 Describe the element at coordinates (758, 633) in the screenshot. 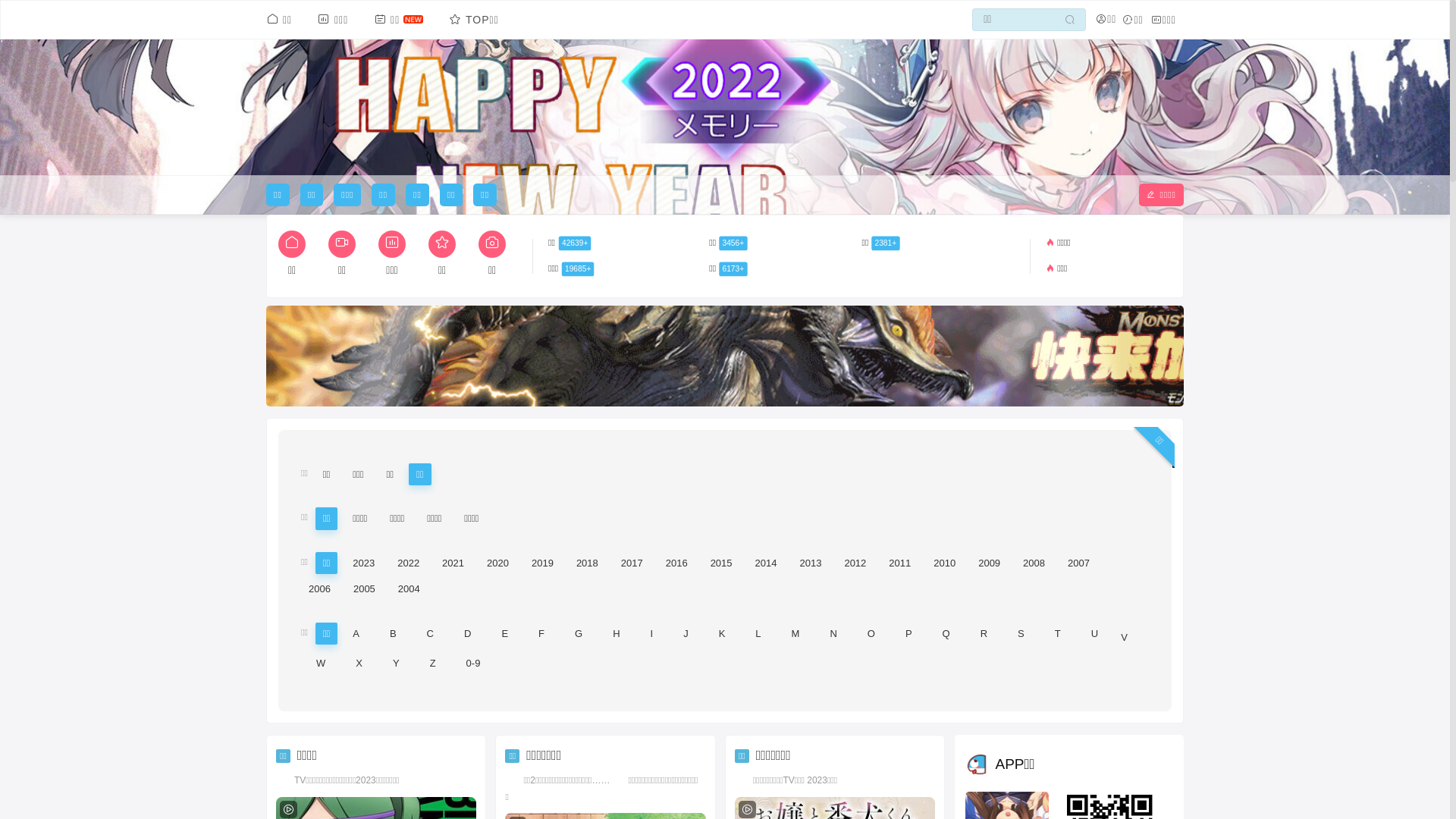

I see `'L'` at that location.